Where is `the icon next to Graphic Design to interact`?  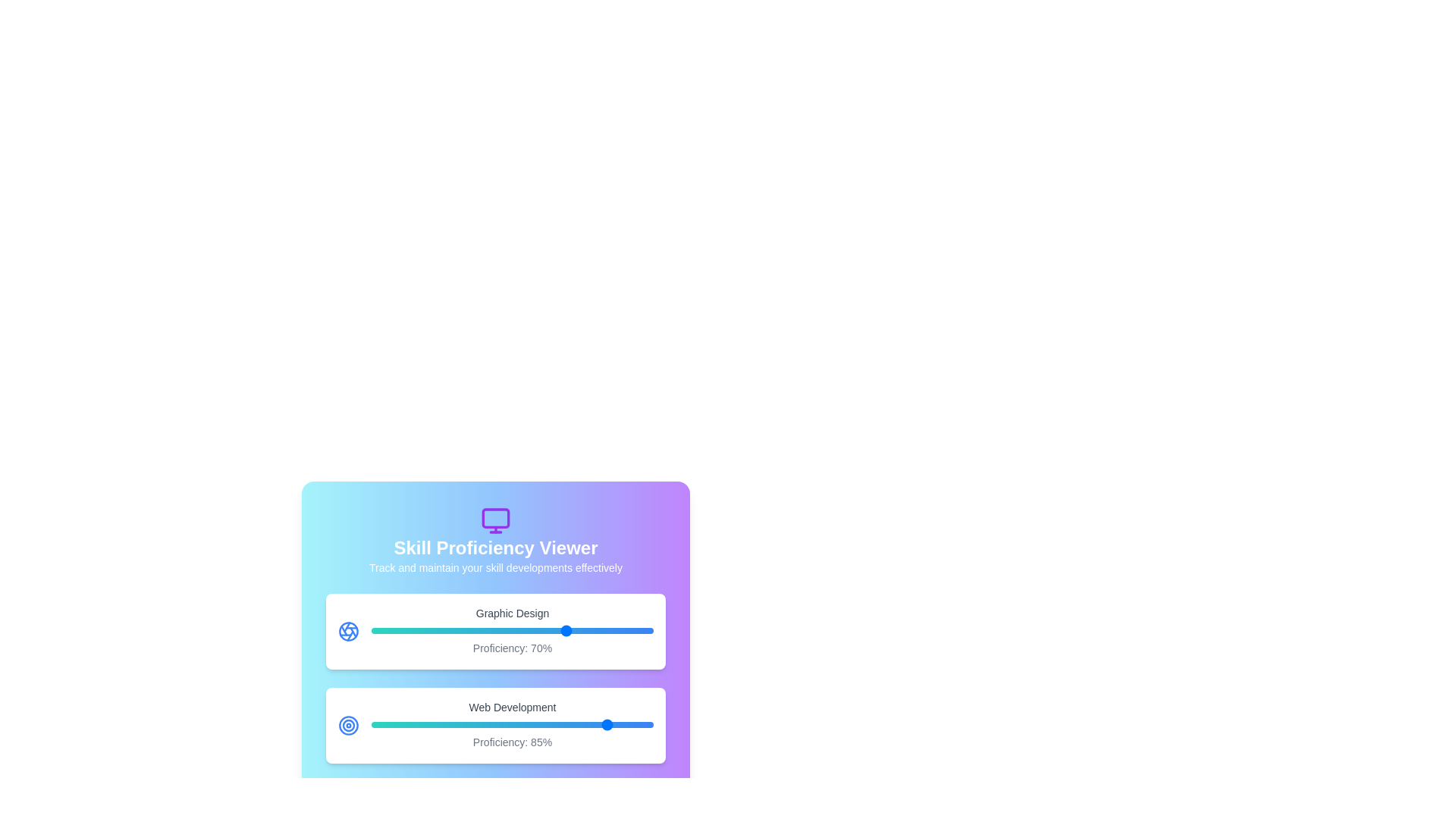 the icon next to Graphic Design to interact is located at coordinates (348, 632).